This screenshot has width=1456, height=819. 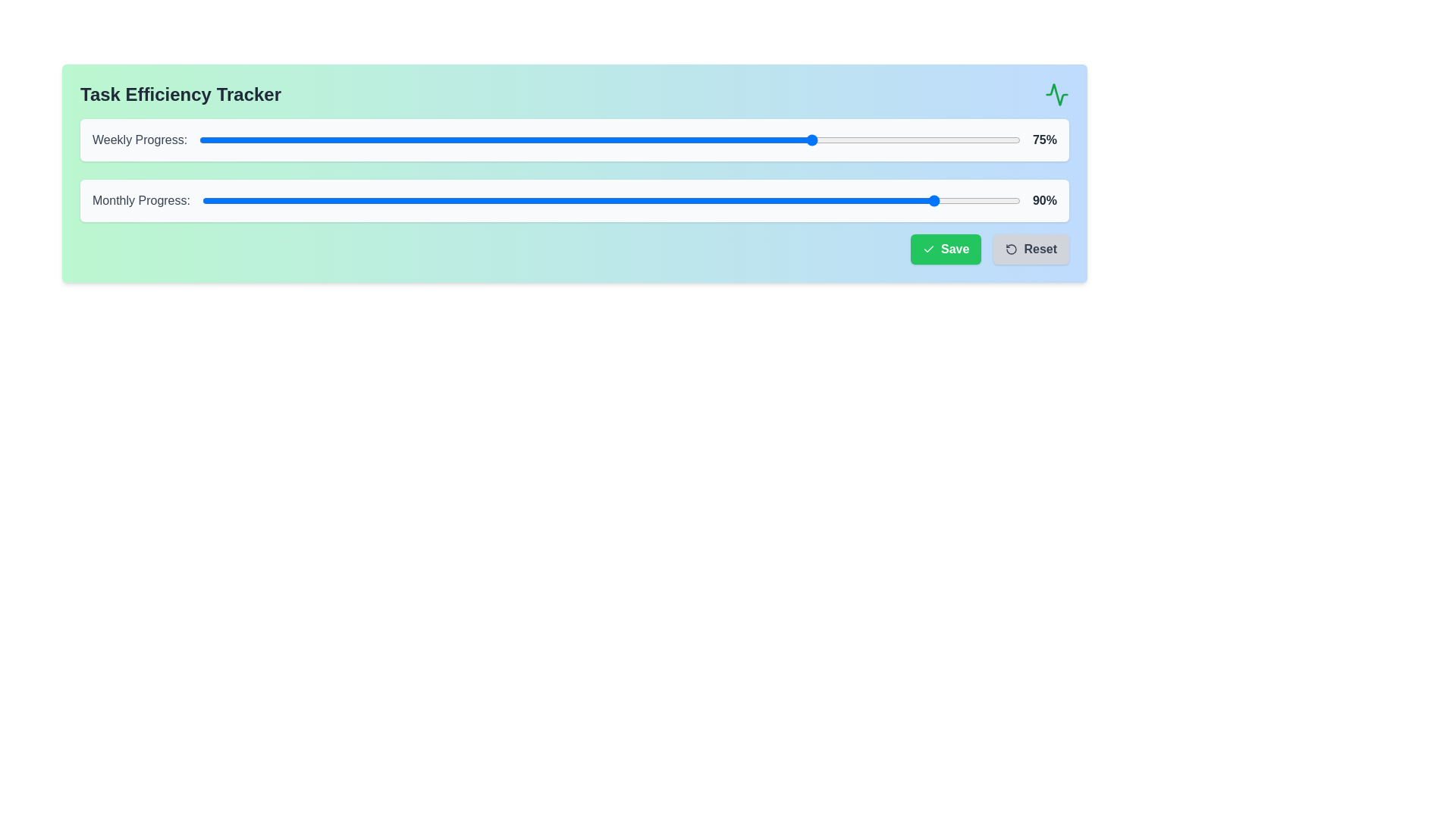 What do you see at coordinates (1056, 94) in the screenshot?
I see `the activity icon to interact with it` at bounding box center [1056, 94].